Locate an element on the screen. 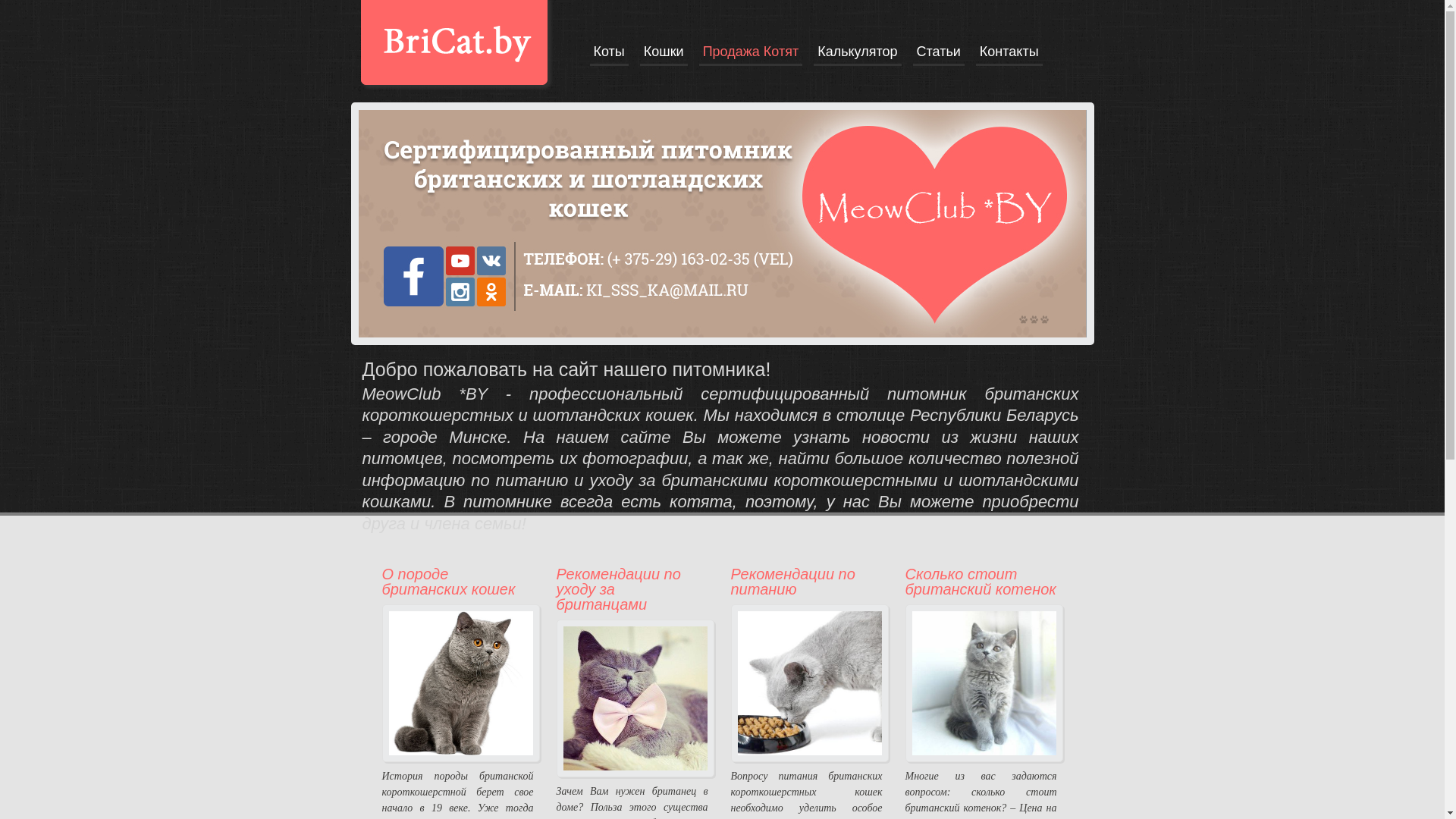 The width and height of the screenshot is (1456, 819). '1' is located at coordinates (1023, 318).